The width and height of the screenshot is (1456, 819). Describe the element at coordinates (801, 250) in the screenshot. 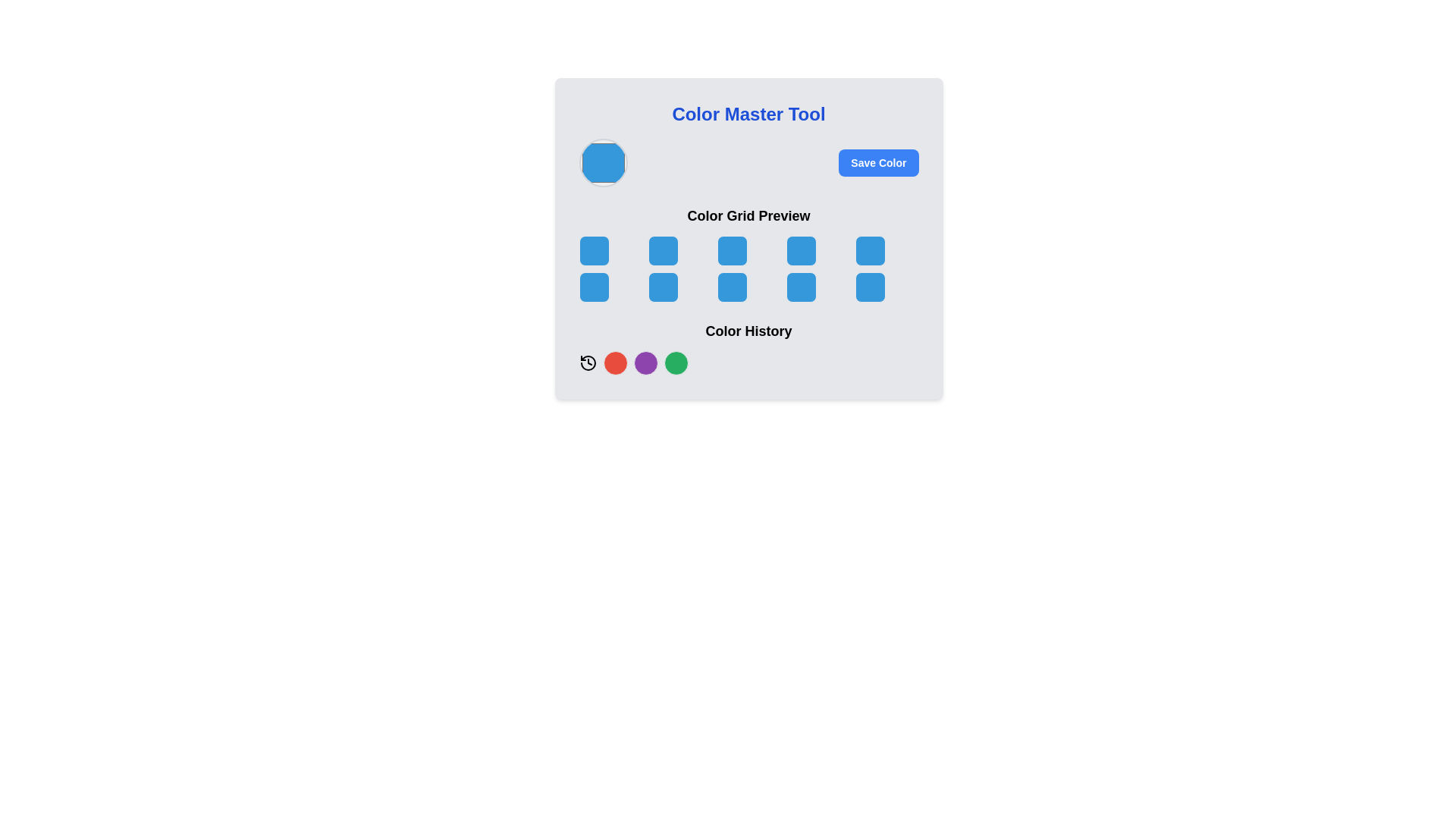

I see `the color selection button located in the first row, fourth column of the color grid` at that location.